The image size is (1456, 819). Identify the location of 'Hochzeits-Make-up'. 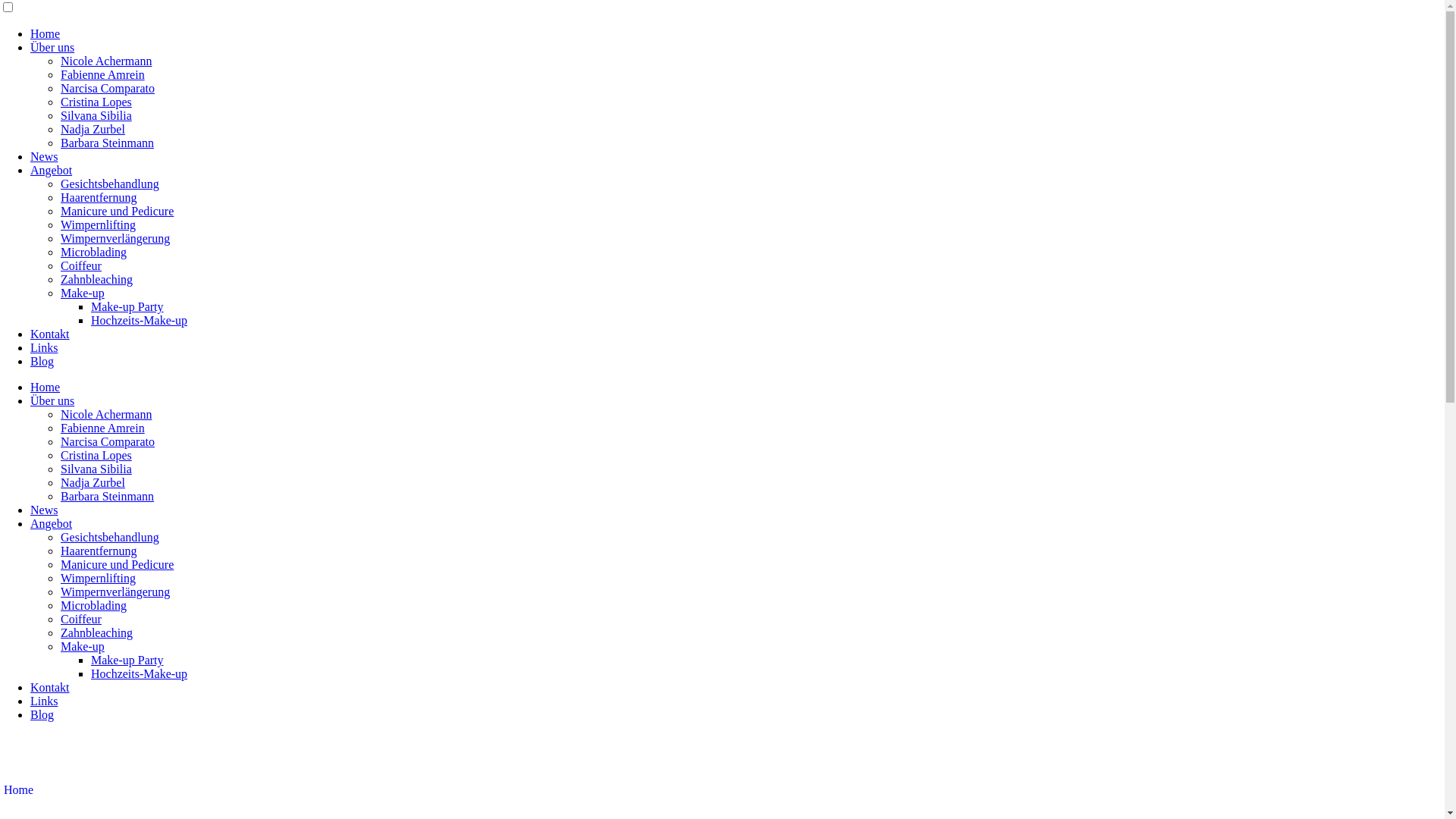
(139, 319).